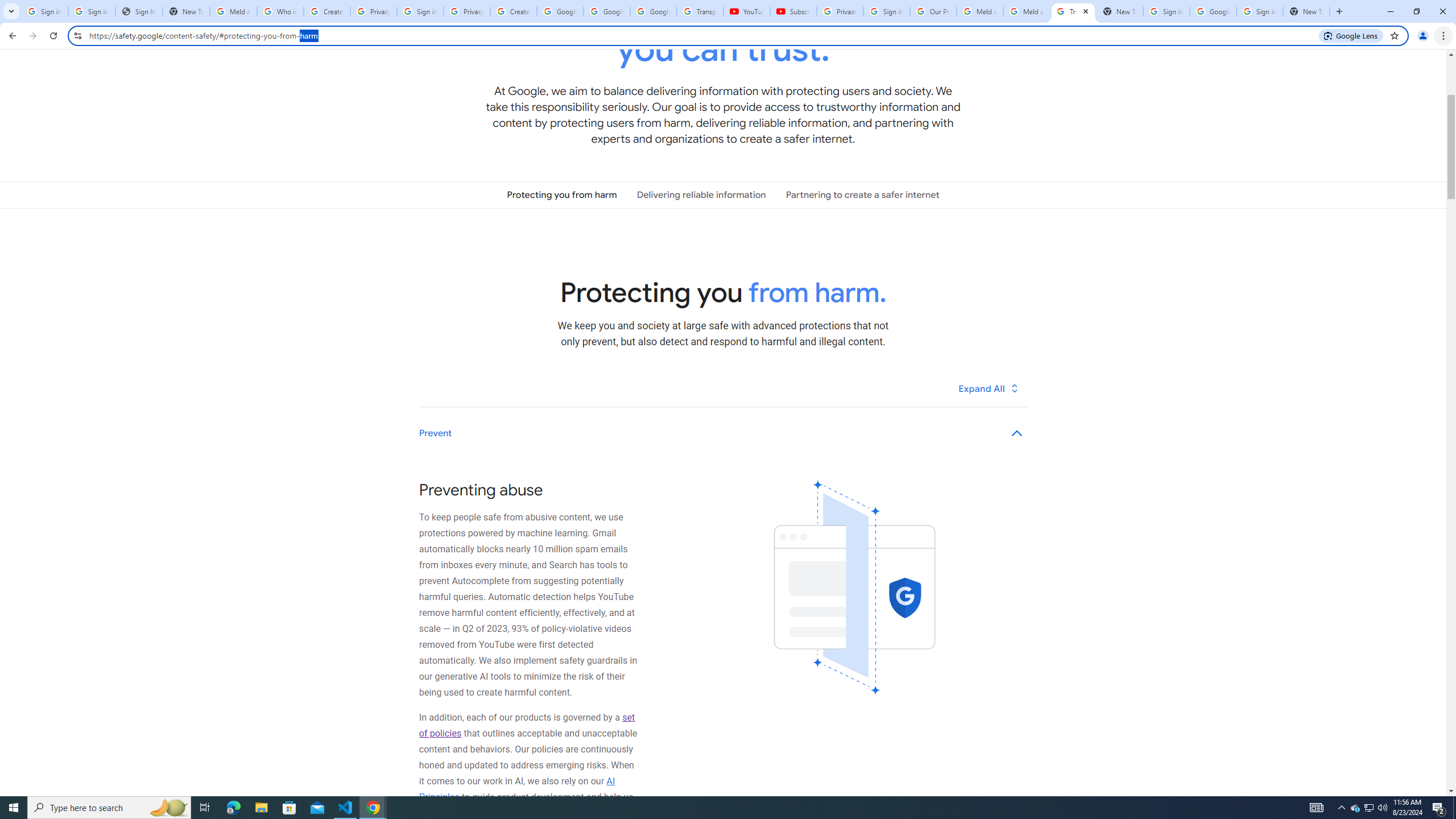  Describe the element at coordinates (1350, 35) in the screenshot. I see `'Search with Google Lens'` at that location.